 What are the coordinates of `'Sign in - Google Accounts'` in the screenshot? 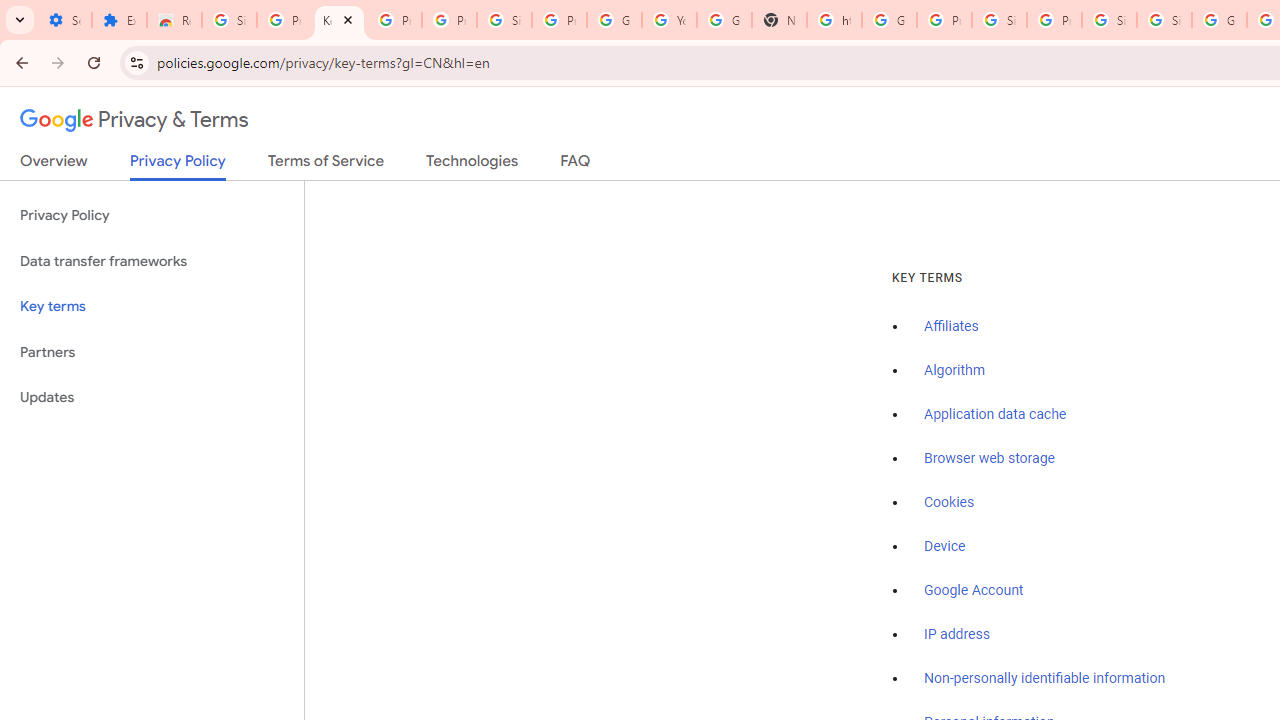 It's located at (1164, 20).